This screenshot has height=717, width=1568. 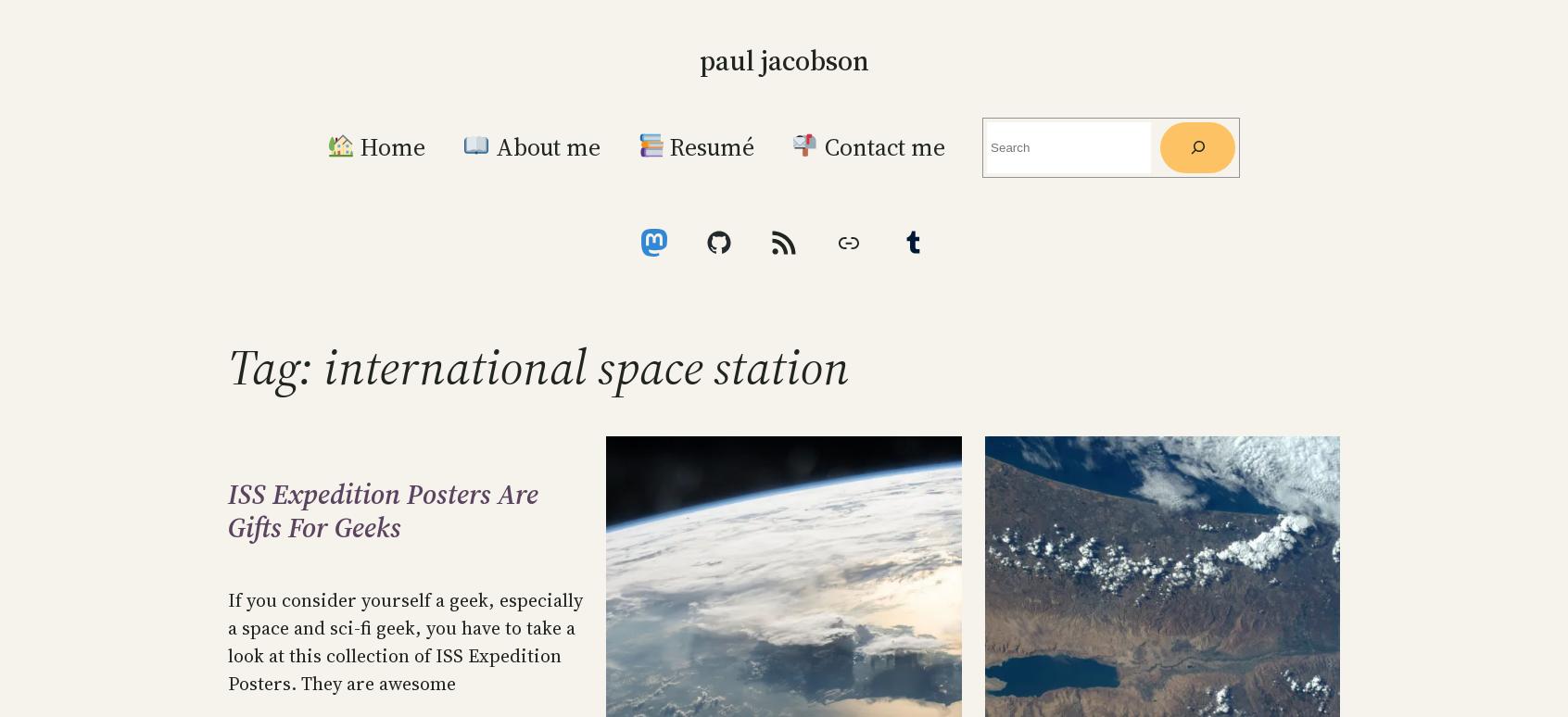 What do you see at coordinates (1119, 121) in the screenshot?
I see `'Oldest'` at bounding box center [1119, 121].